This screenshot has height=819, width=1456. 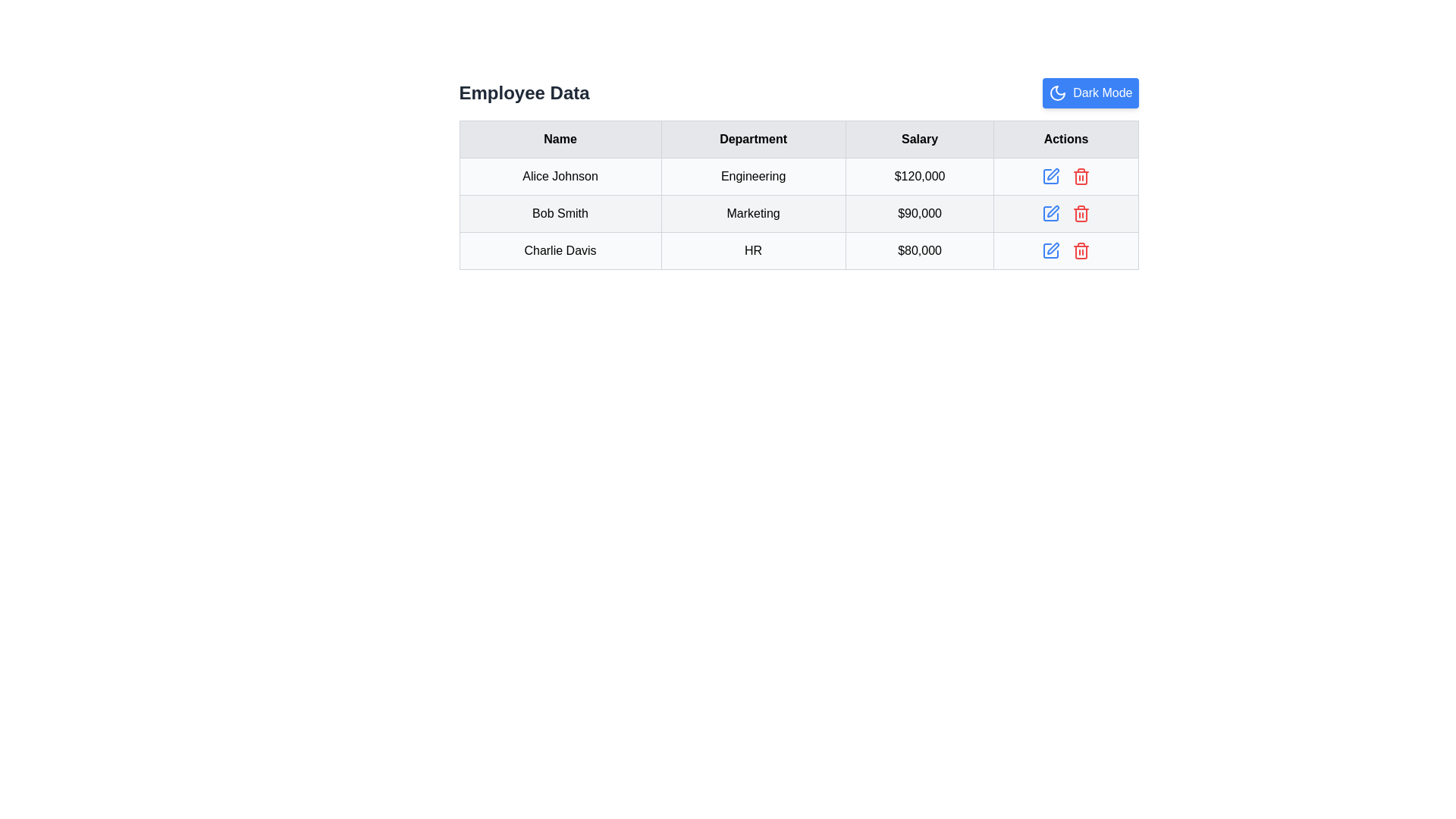 What do you see at coordinates (1065, 250) in the screenshot?
I see `the delete button in the actions column for the record belonging to Charlie Davis, which is the third row from the top in the table` at bounding box center [1065, 250].